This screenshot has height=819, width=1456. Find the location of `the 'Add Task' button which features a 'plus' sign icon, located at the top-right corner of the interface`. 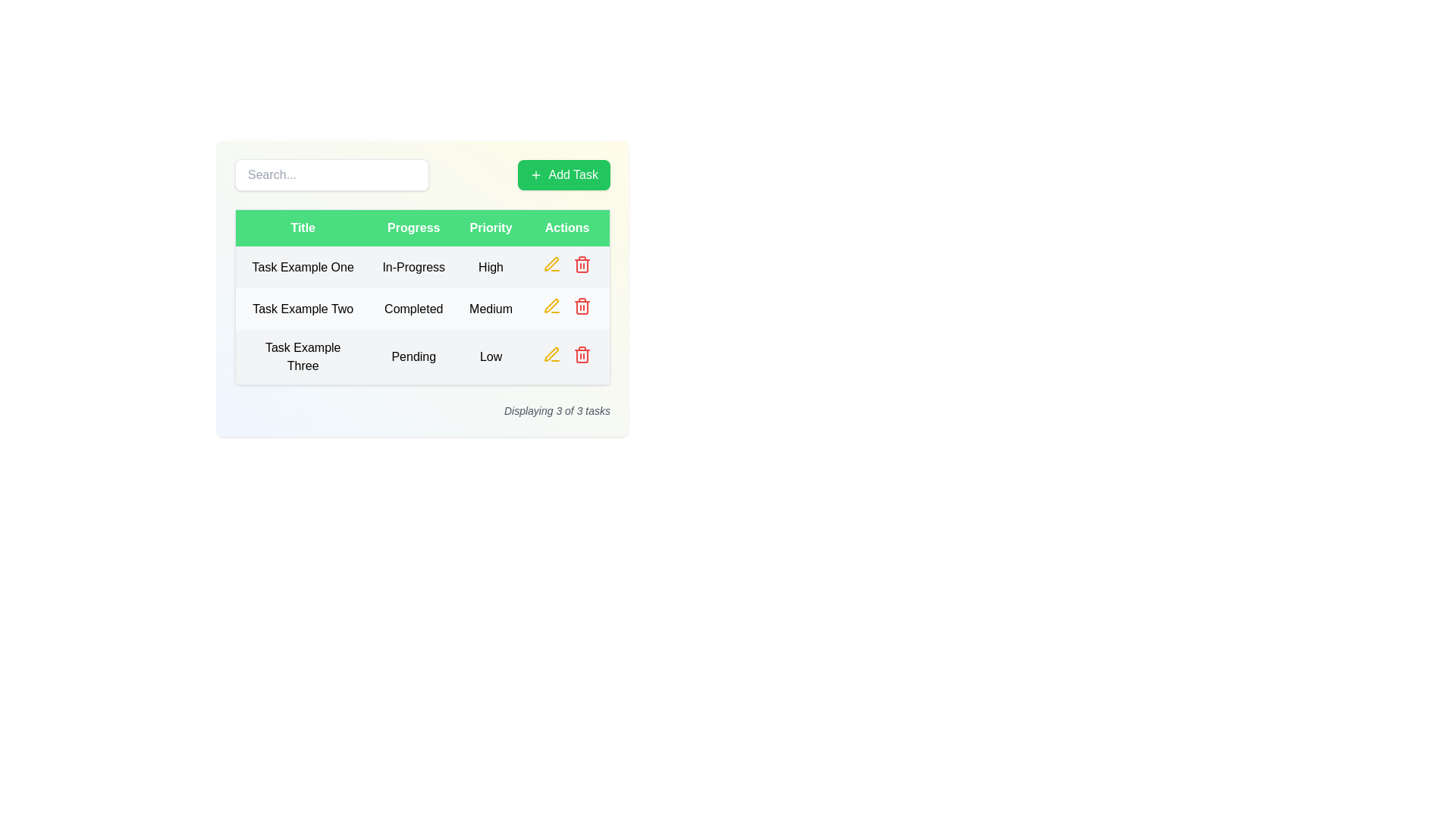

the 'Add Task' button which features a 'plus' sign icon, located at the top-right corner of the interface is located at coordinates (536, 174).